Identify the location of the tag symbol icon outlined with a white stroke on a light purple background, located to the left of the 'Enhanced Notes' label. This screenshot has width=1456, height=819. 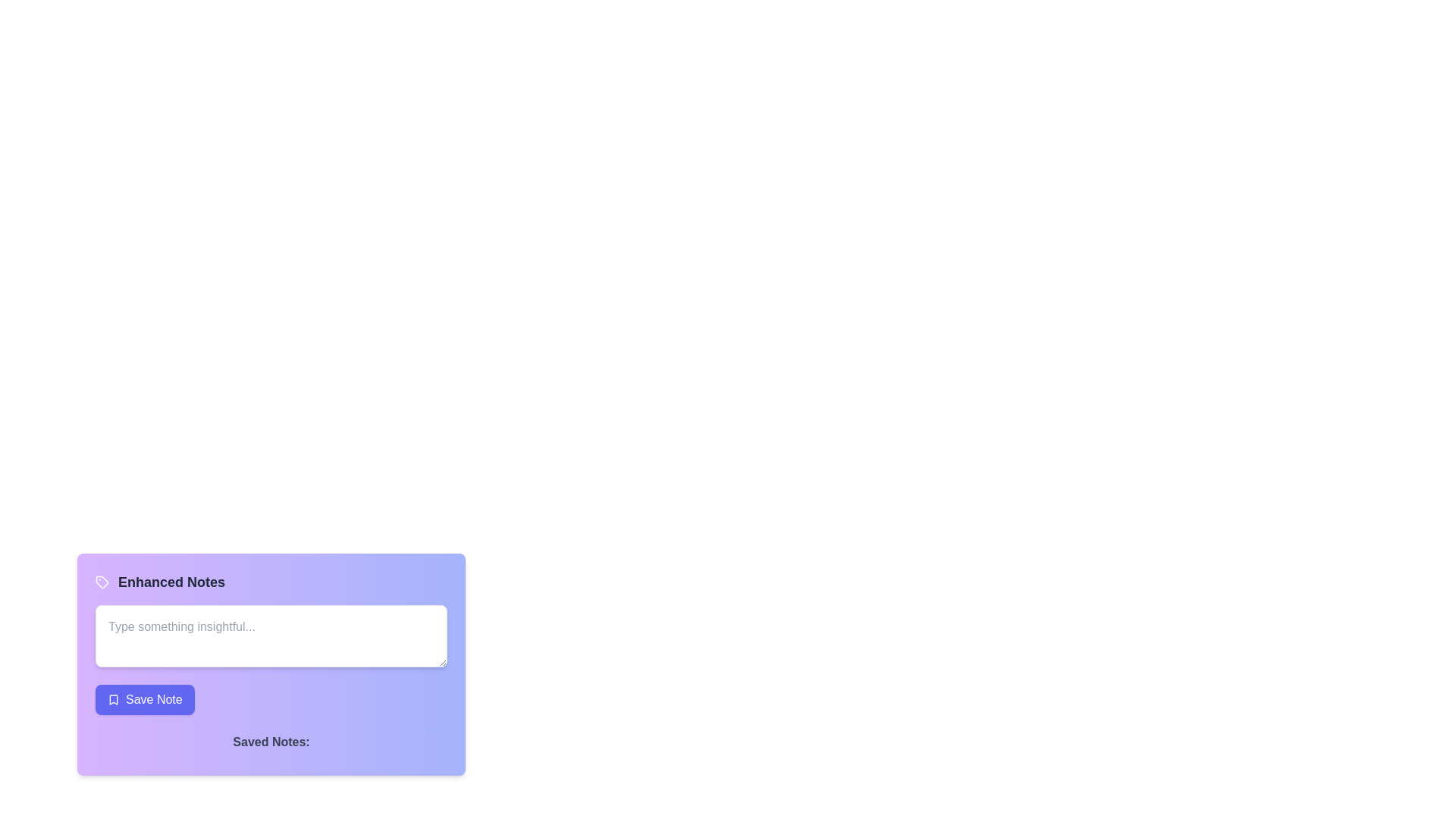
(101, 581).